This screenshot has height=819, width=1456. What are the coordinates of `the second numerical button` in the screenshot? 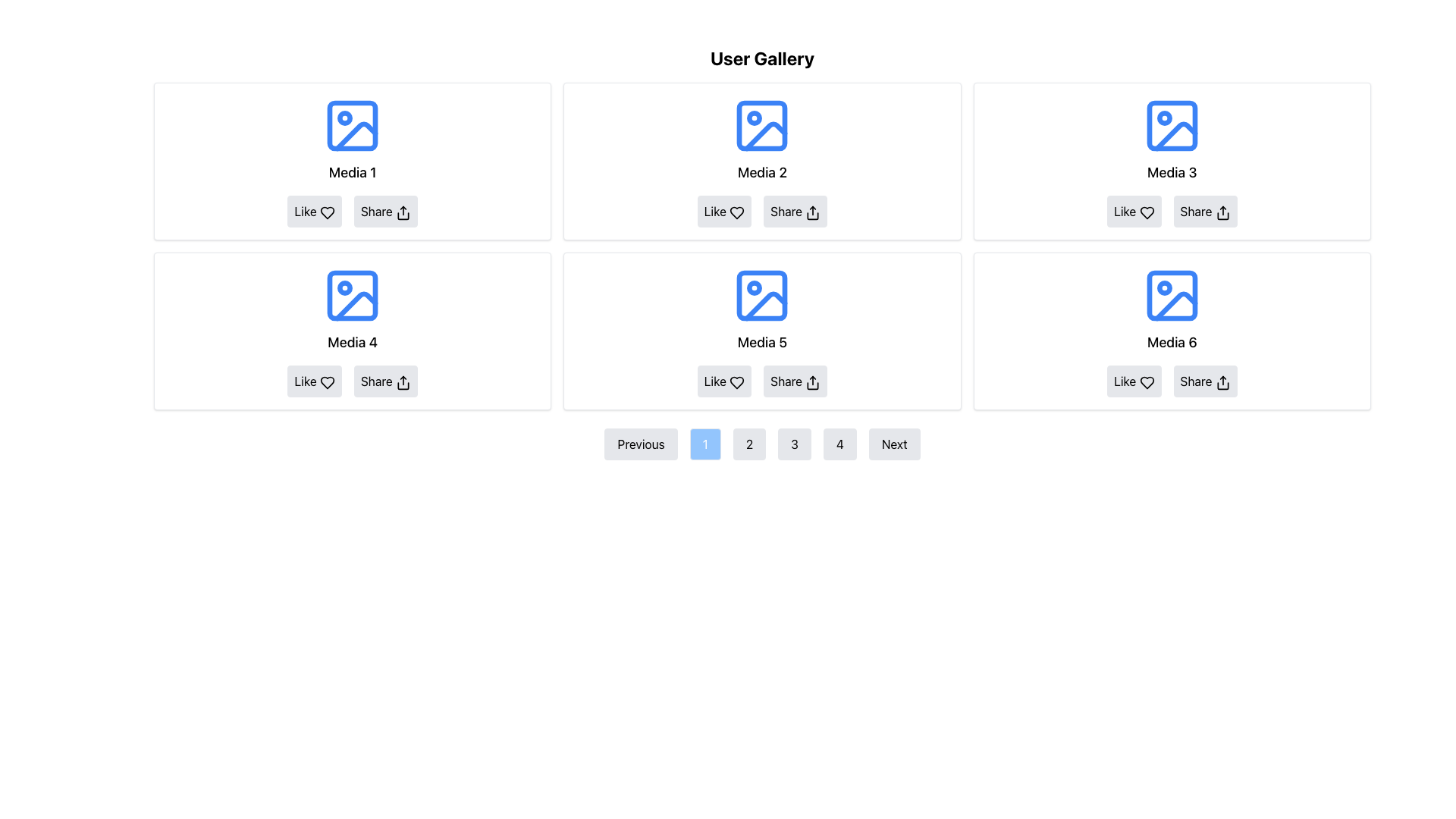 It's located at (762, 444).